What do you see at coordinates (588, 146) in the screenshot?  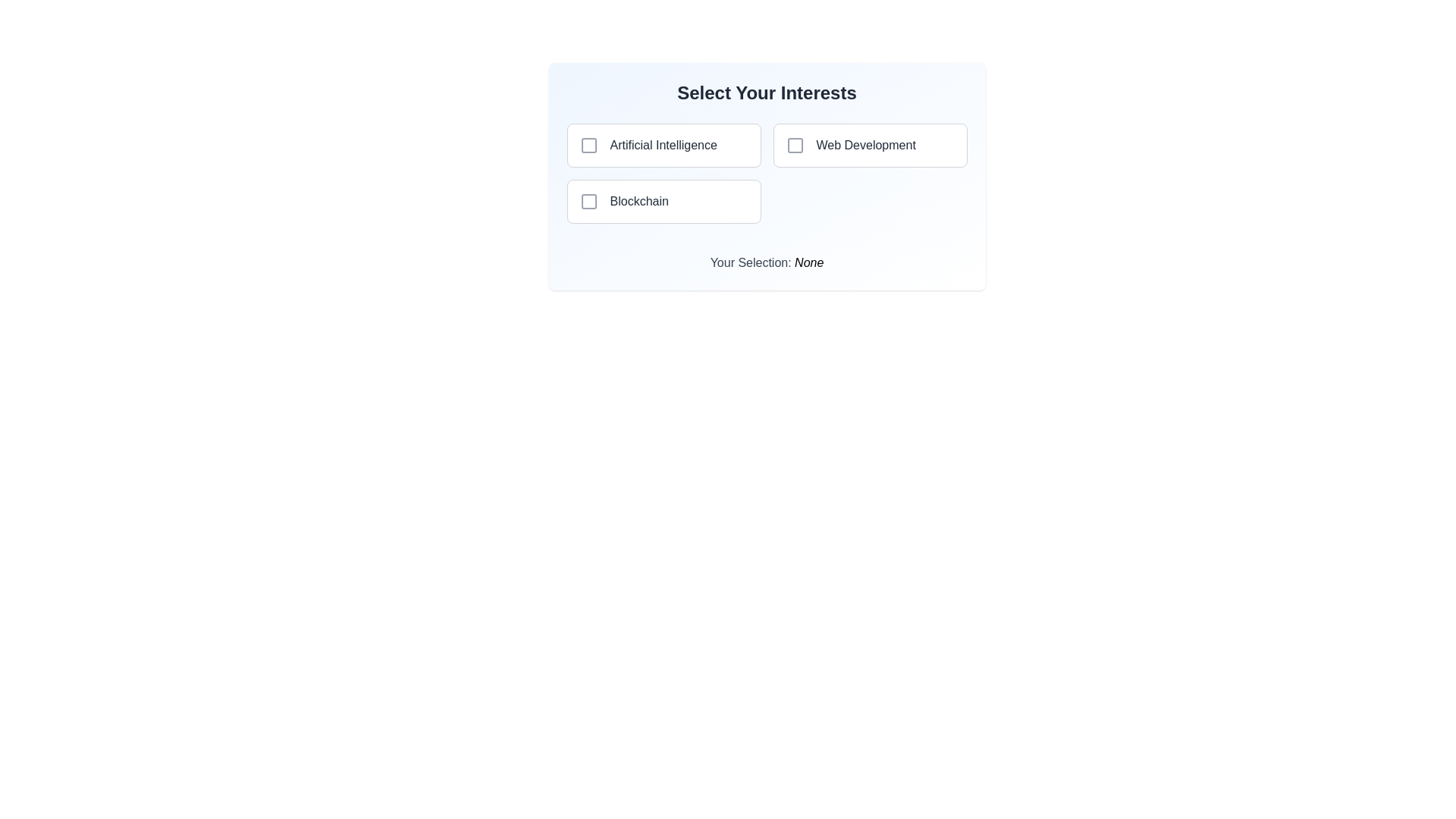 I see `the unselected checkbox located next to the text label 'Artificial Intelligence'` at bounding box center [588, 146].